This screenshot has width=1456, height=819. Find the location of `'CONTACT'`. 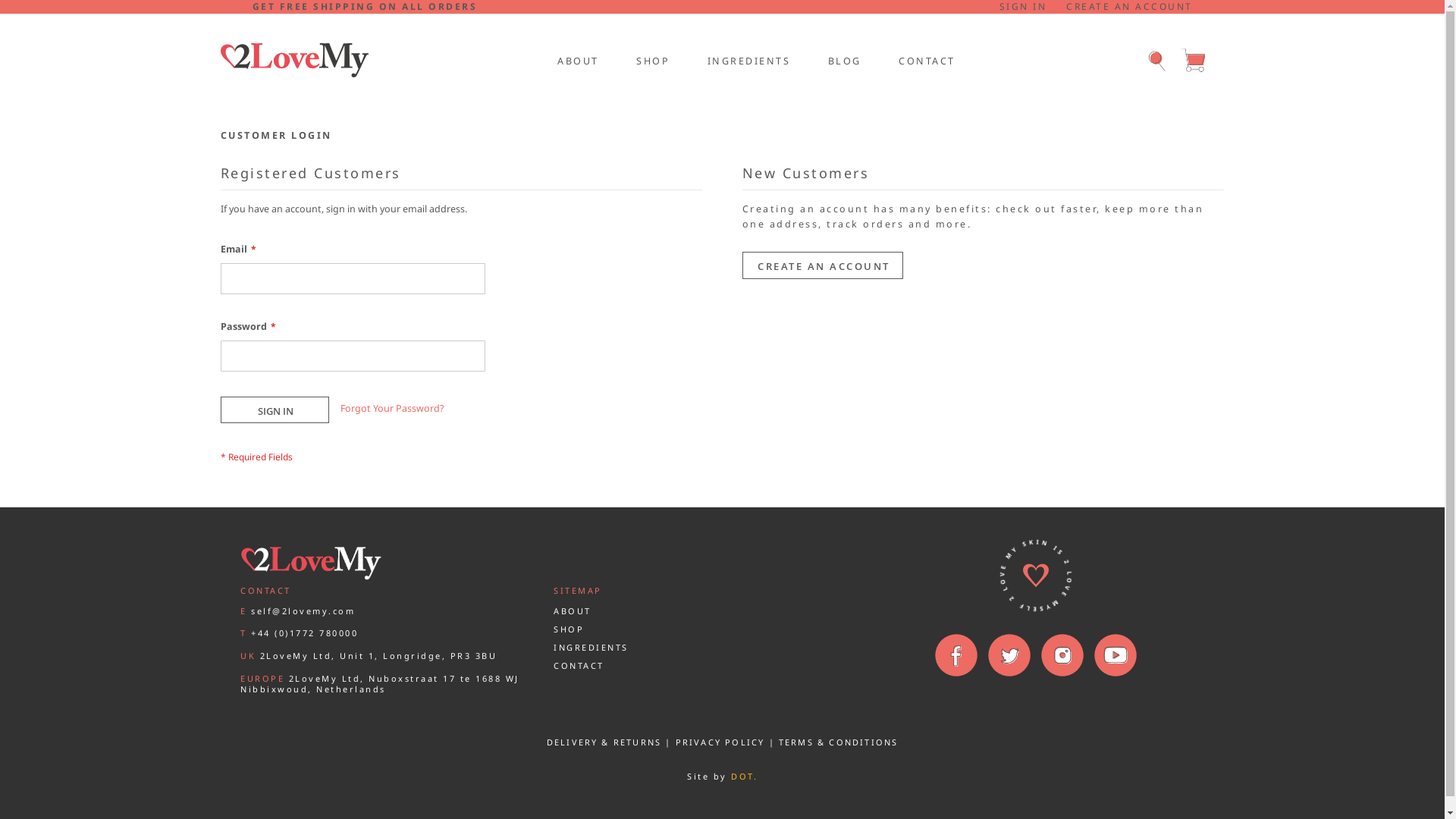

'CONTACT' is located at coordinates (578, 664).